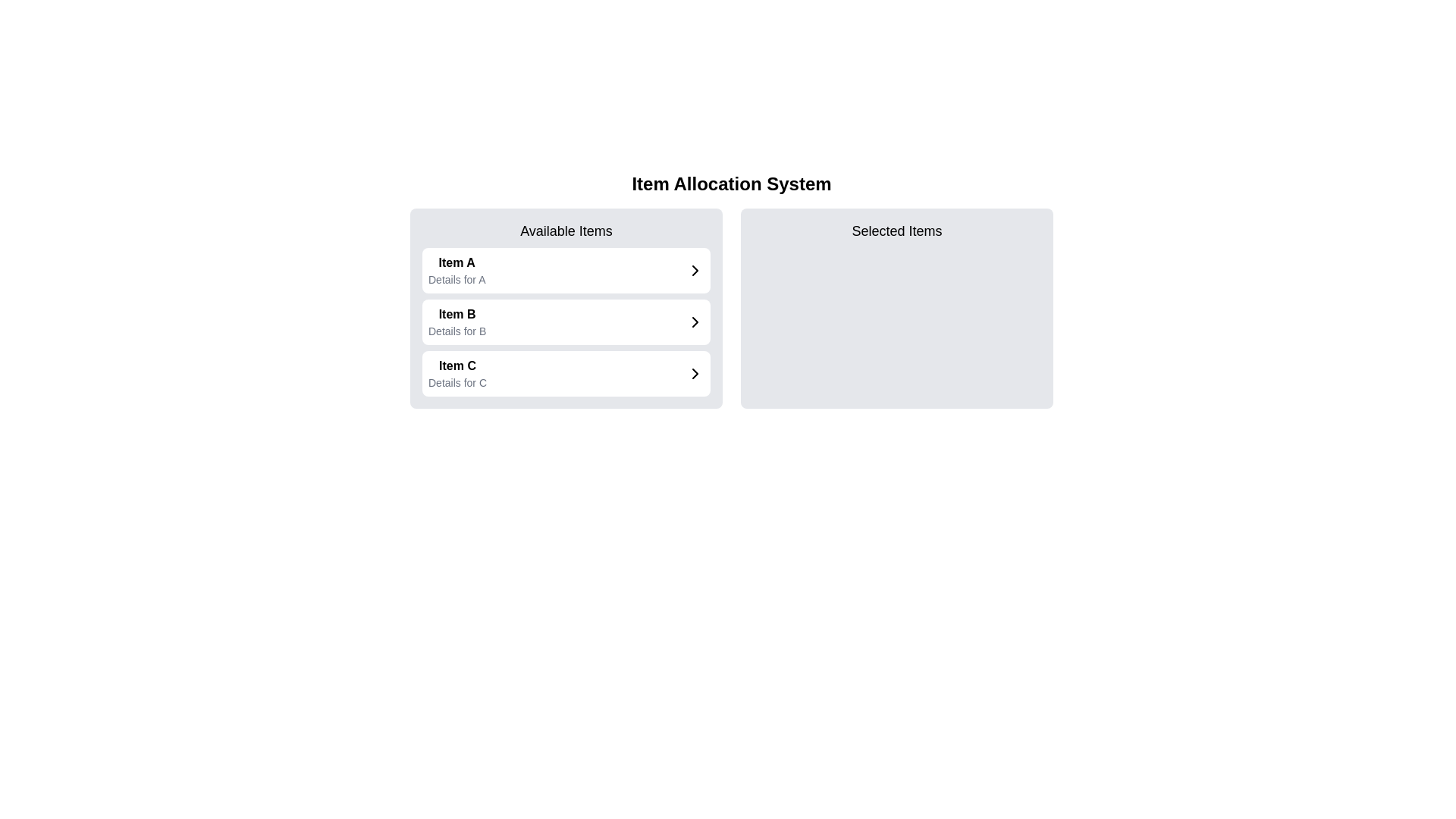 The height and width of the screenshot is (819, 1456). What do you see at coordinates (457, 330) in the screenshot?
I see `text label 'Details for B' positioned below the 'Item B' label in the 'Available Items' section` at bounding box center [457, 330].